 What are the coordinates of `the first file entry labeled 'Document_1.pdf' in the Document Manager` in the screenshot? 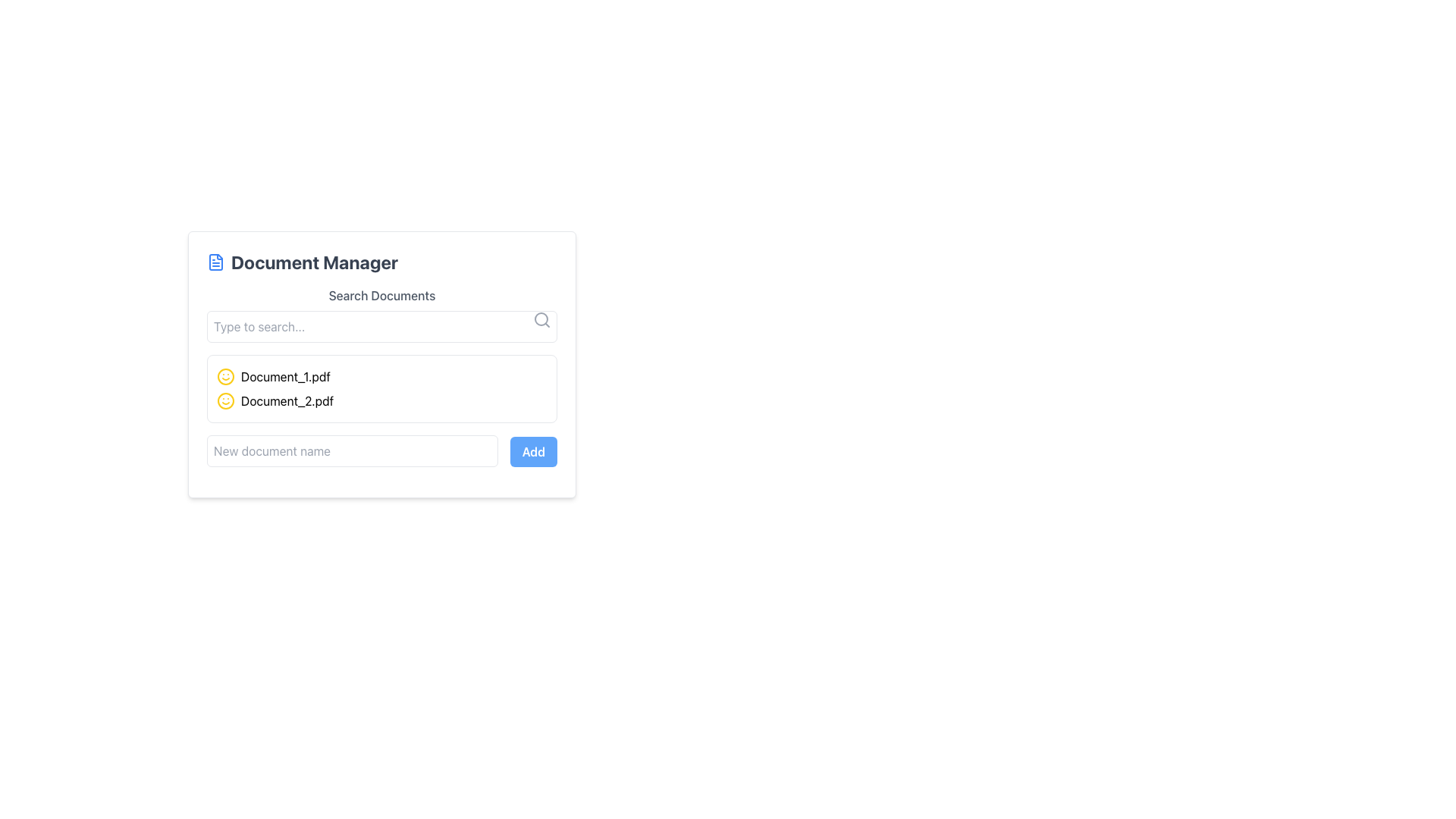 It's located at (382, 376).